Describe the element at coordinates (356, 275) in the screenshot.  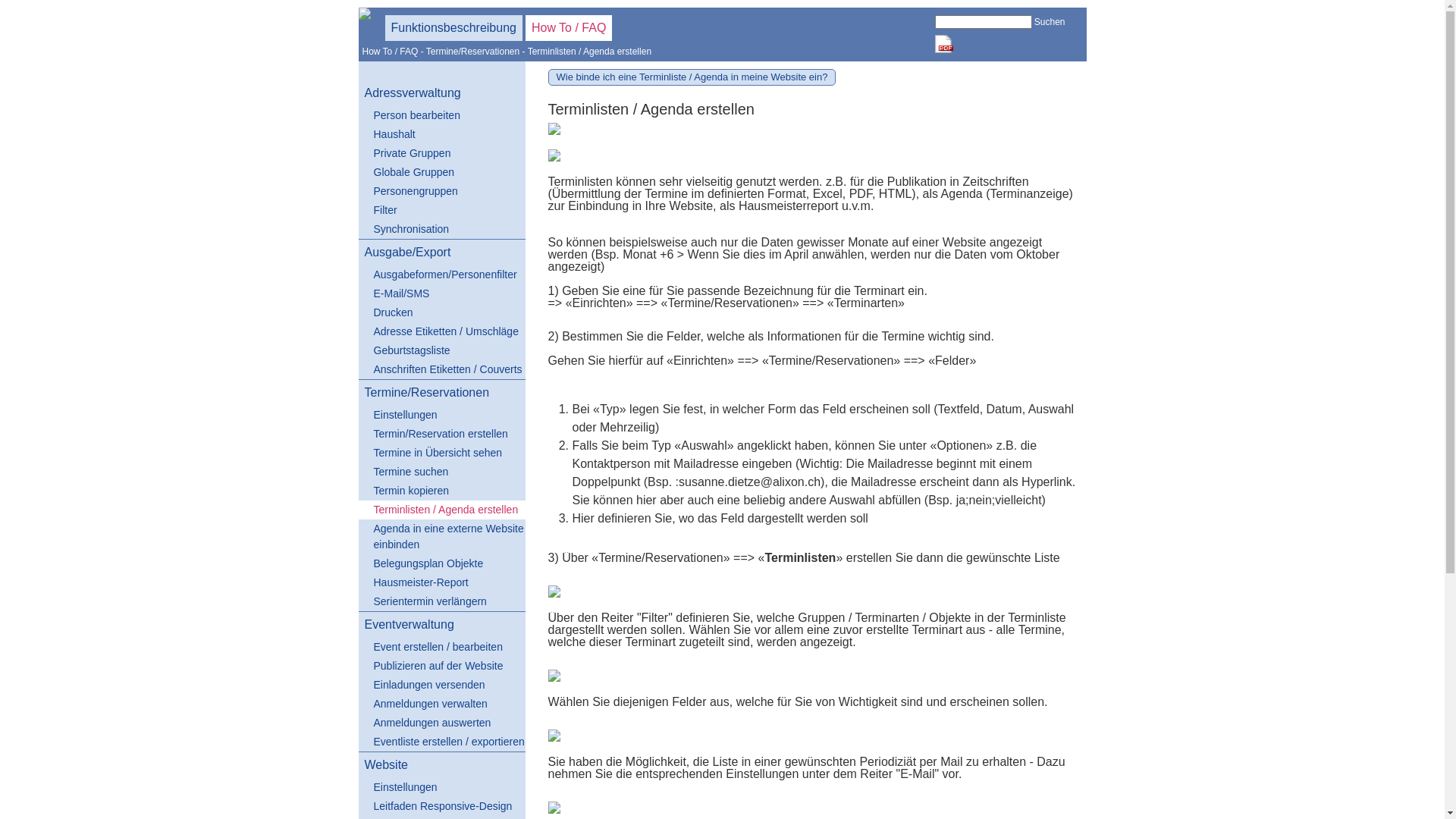
I see `'Ausgabeformen/Personenfilter'` at that location.